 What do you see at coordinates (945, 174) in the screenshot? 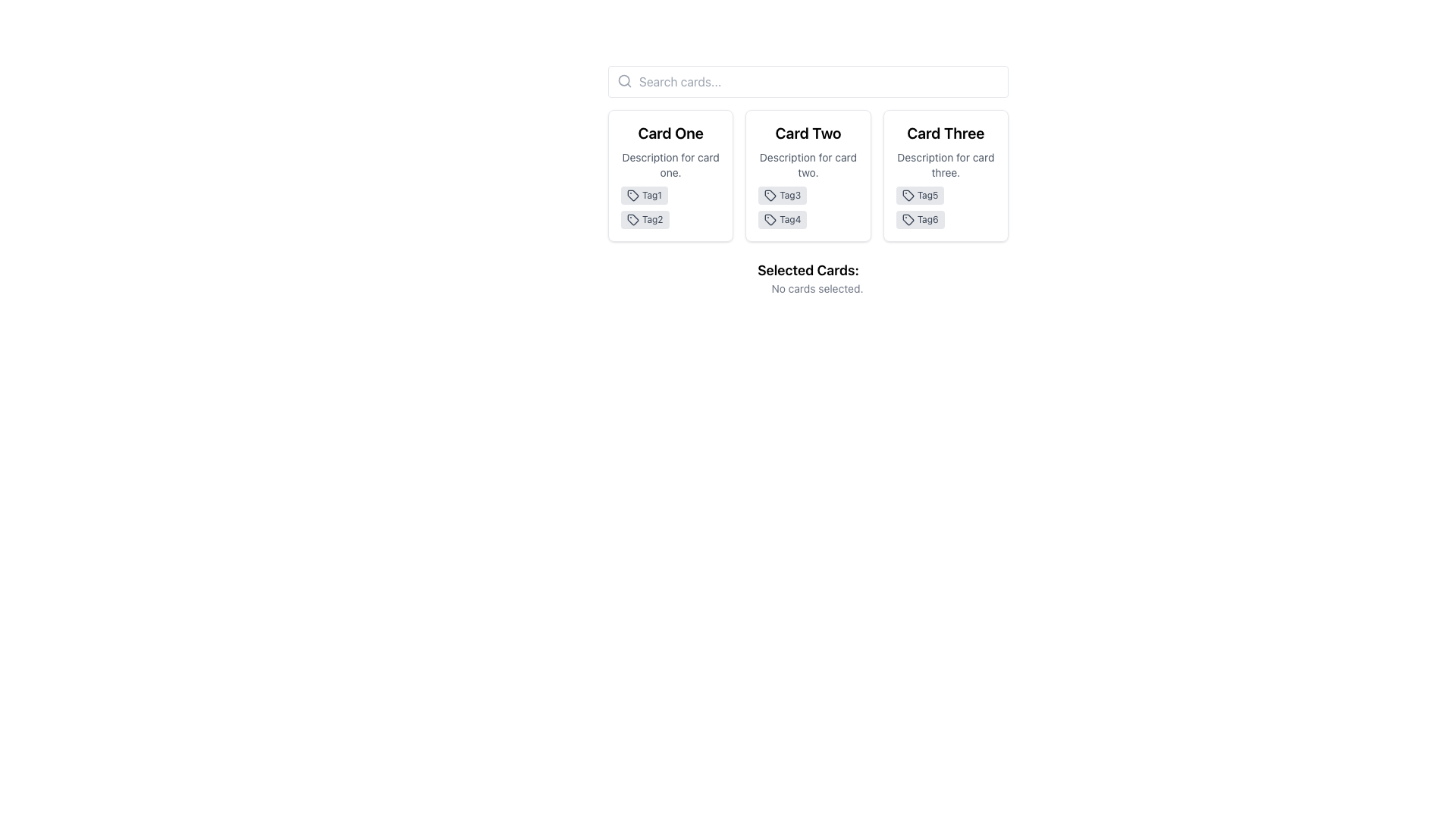
I see `the third card in the grid layout` at bounding box center [945, 174].